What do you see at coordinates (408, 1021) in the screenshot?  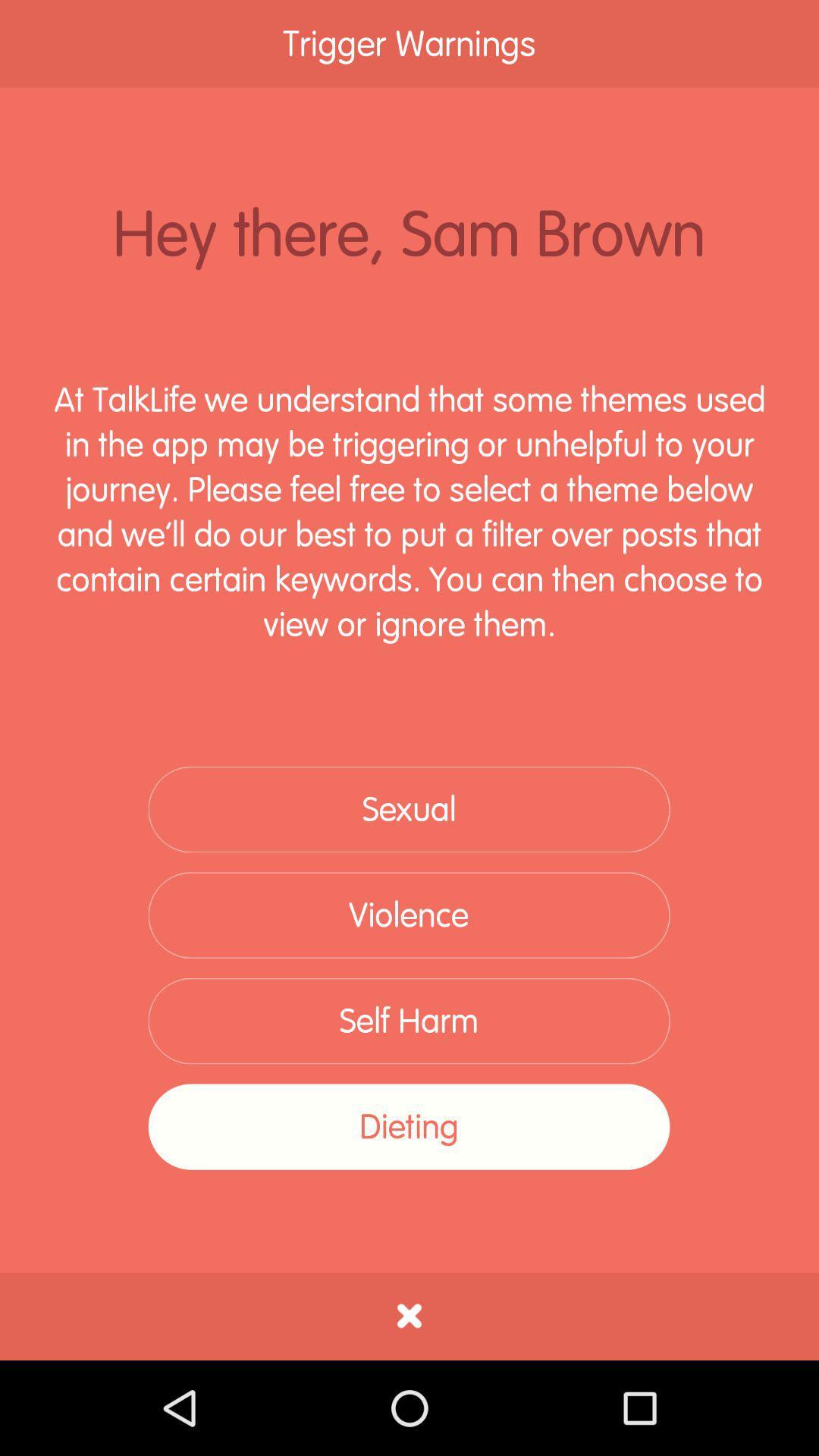 I see `the icon below the violence item` at bounding box center [408, 1021].